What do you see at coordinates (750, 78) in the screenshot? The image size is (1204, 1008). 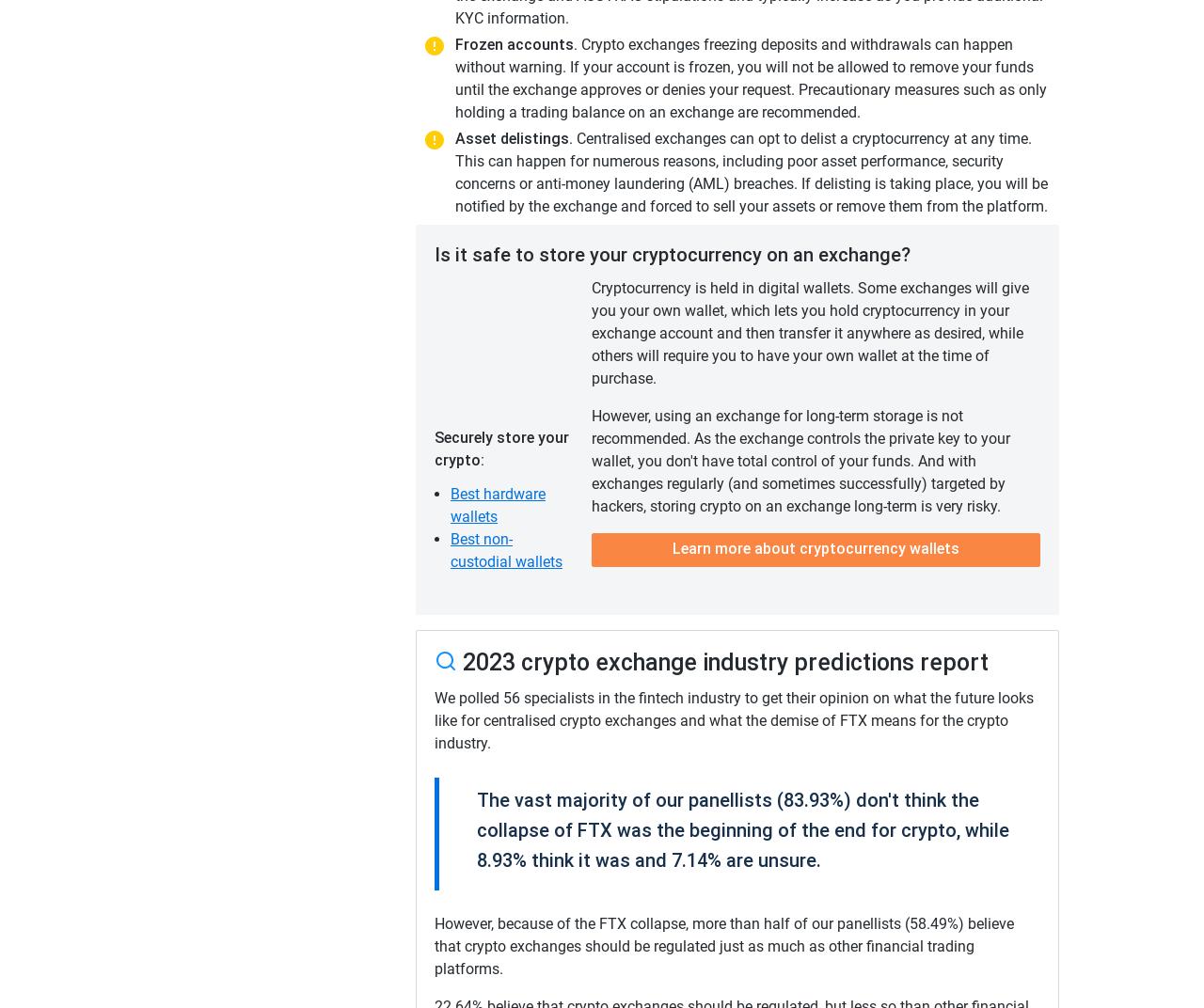 I see `'Crypto exchanges freezing deposits and withdrawals can happen without warning. If your account is frozen, you will not be allowed to remove your funds until the exchange approves or denies your request. Precautionary measures such as only holding a trading balance on an exchange are recommended.'` at bounding box center [750, 78].